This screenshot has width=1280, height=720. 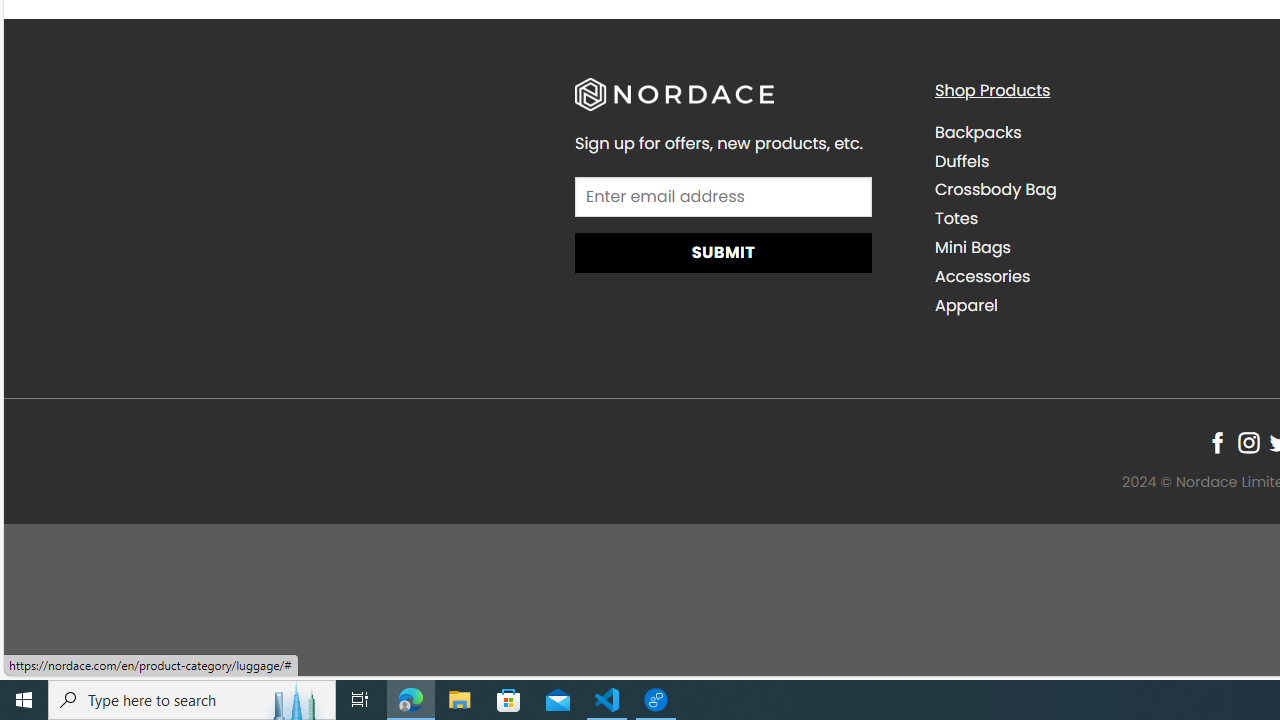 What do you see at coordinates (977, 132) in the screenshot?
I see `'Backpacks'` at bounding box center [977, 132].